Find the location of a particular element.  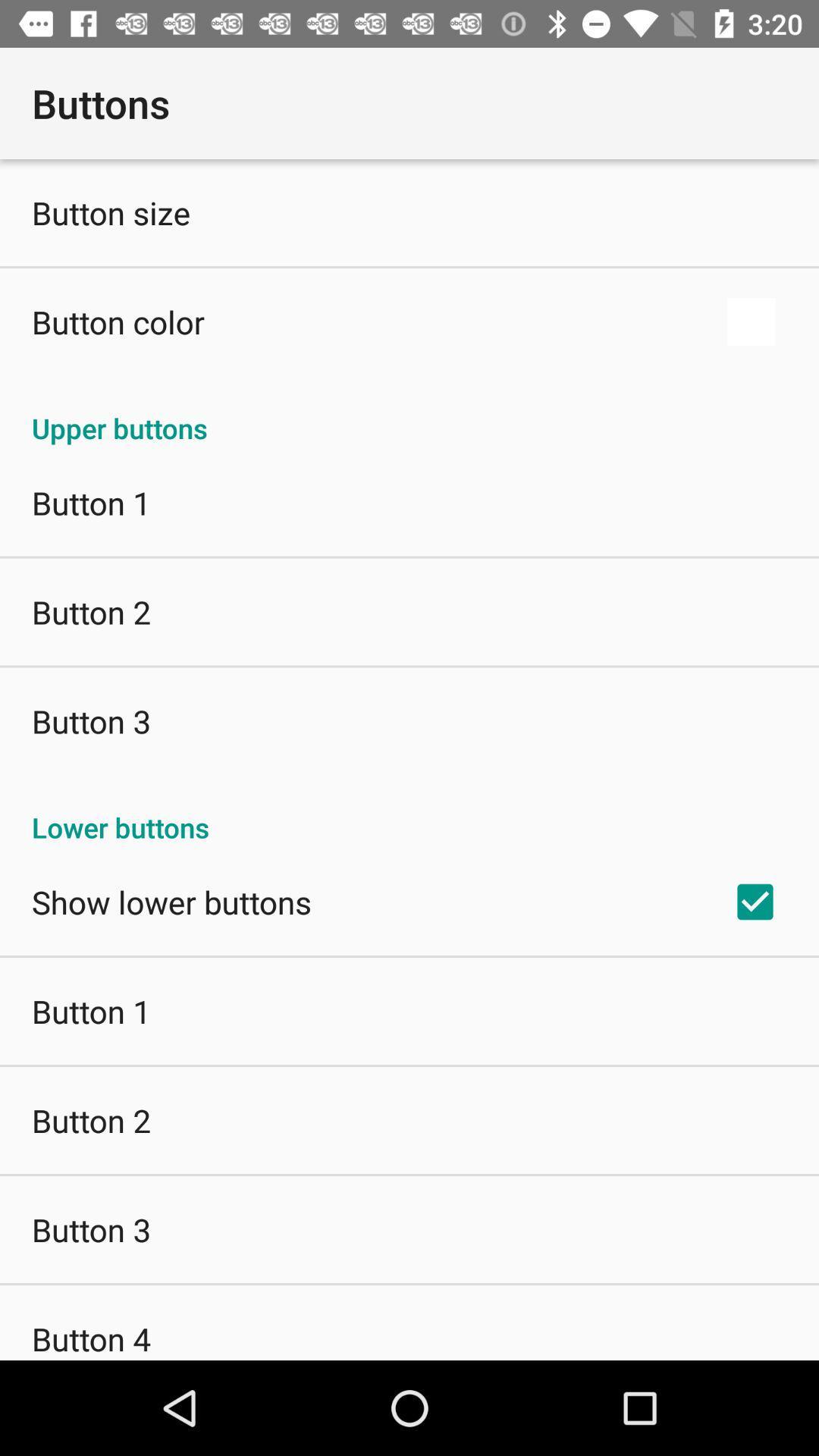

icon to the right of the button color item is located at coordinates (751, 321).